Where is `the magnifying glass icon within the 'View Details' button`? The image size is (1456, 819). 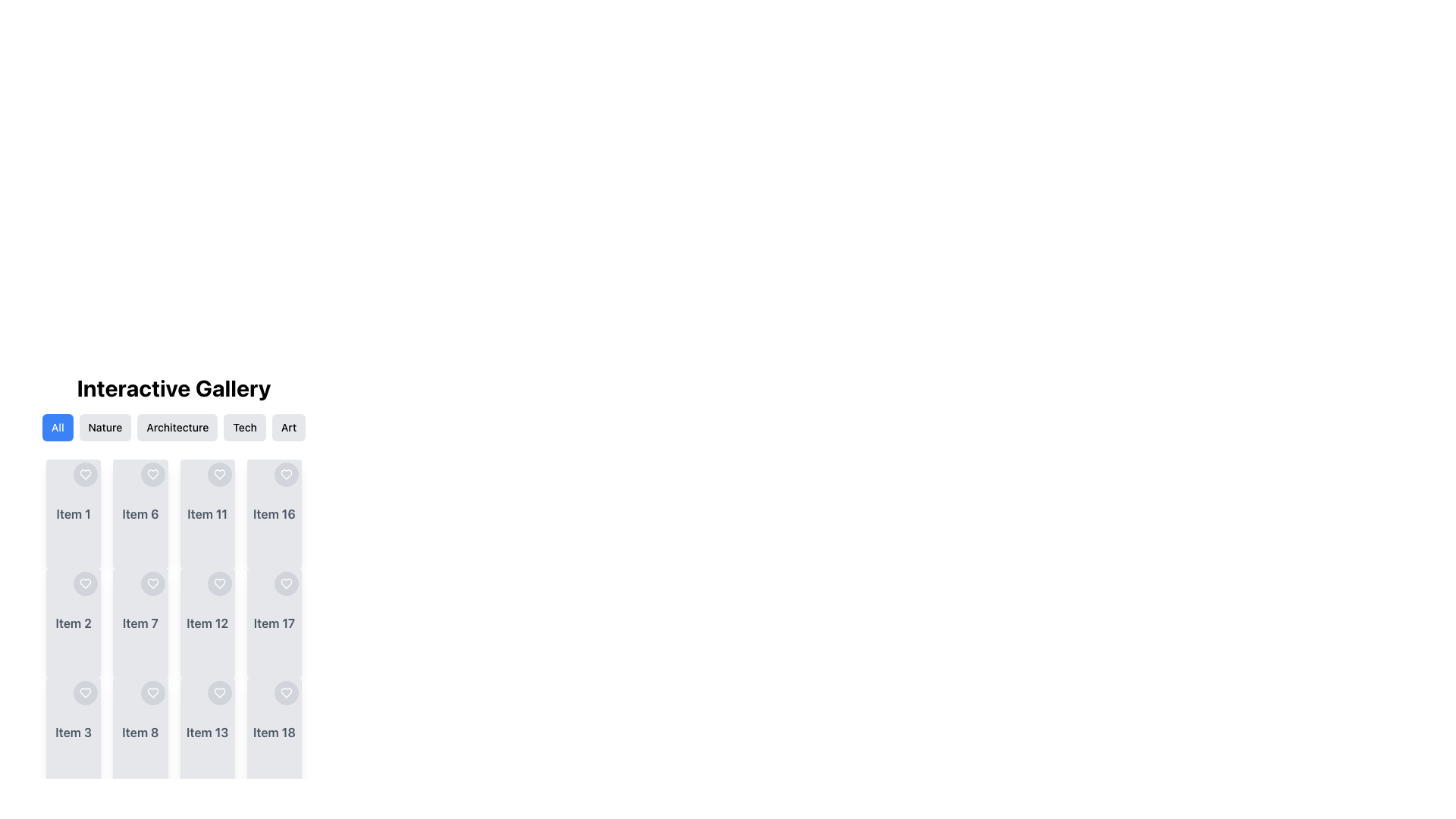 the magnifying glass icon within the 'View Details' button is located at coordinates (115, 623).